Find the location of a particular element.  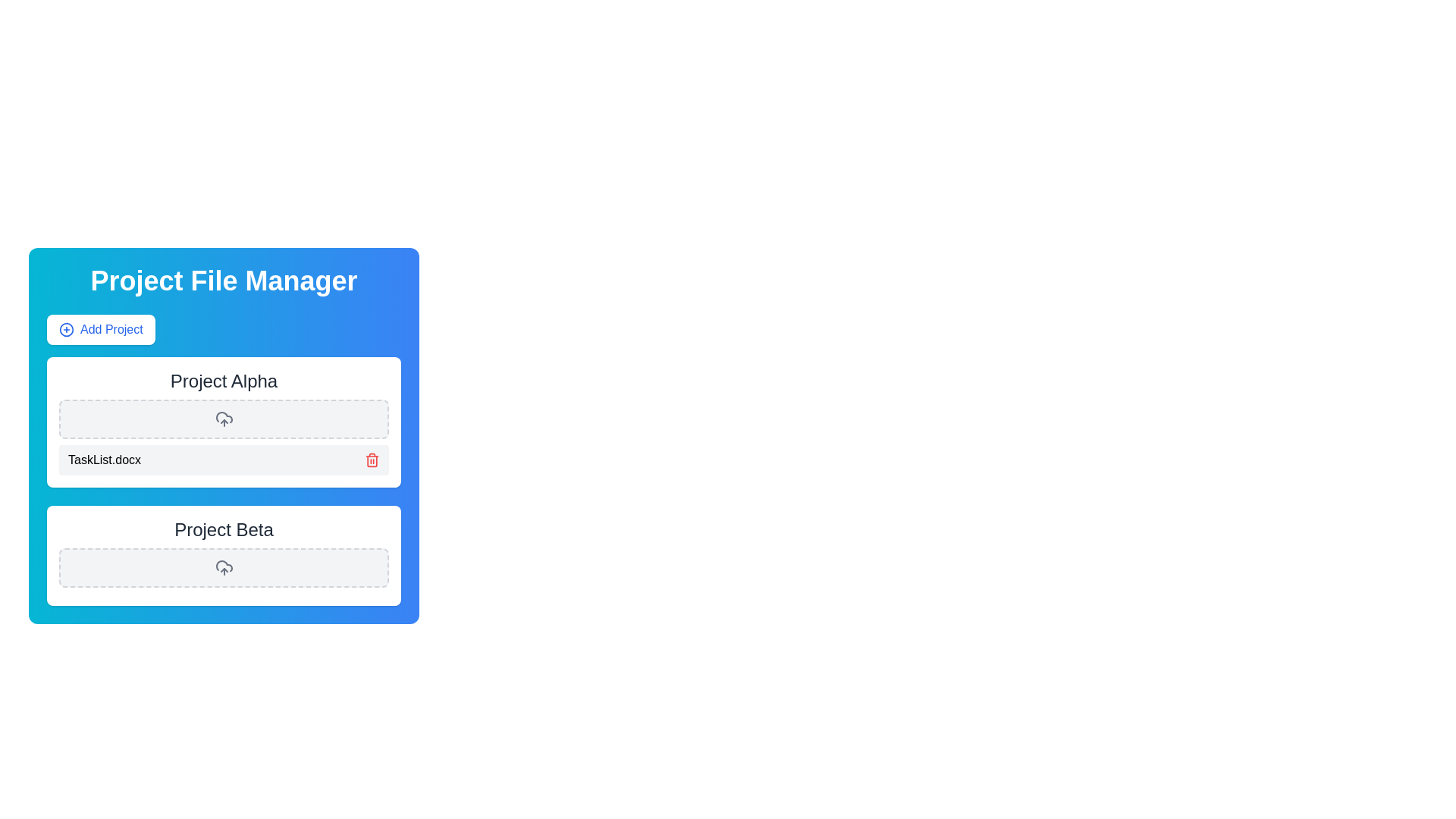

the iconic vector graphic representing a cloud upload, located at the bottom-left segment of the cloud icon is located at coordinates (223, 417).